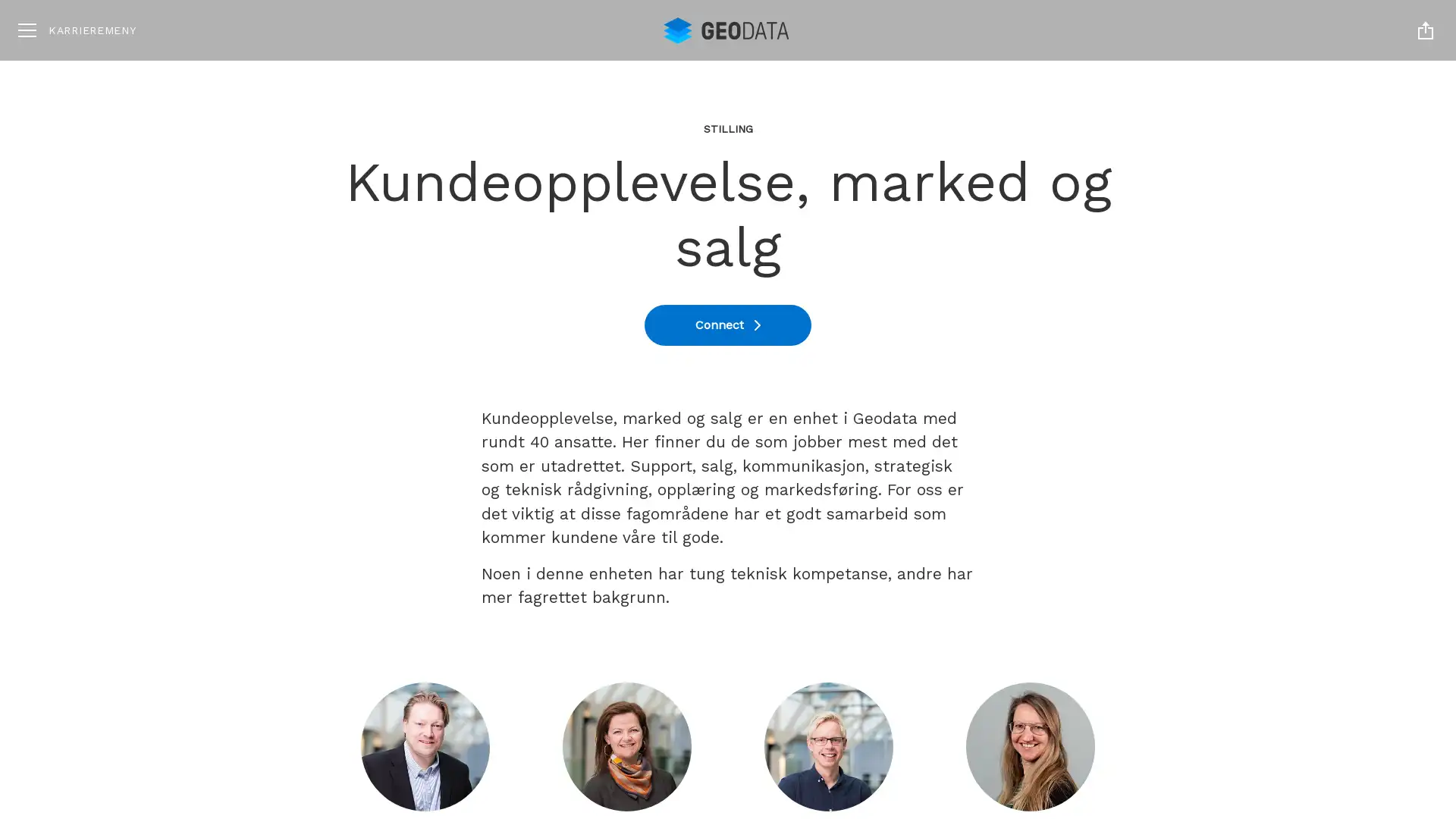 The width and height of the screenshot is (1456, 819). I want to click on Preferanser for informasjonskapsler, so click(1282, 736).